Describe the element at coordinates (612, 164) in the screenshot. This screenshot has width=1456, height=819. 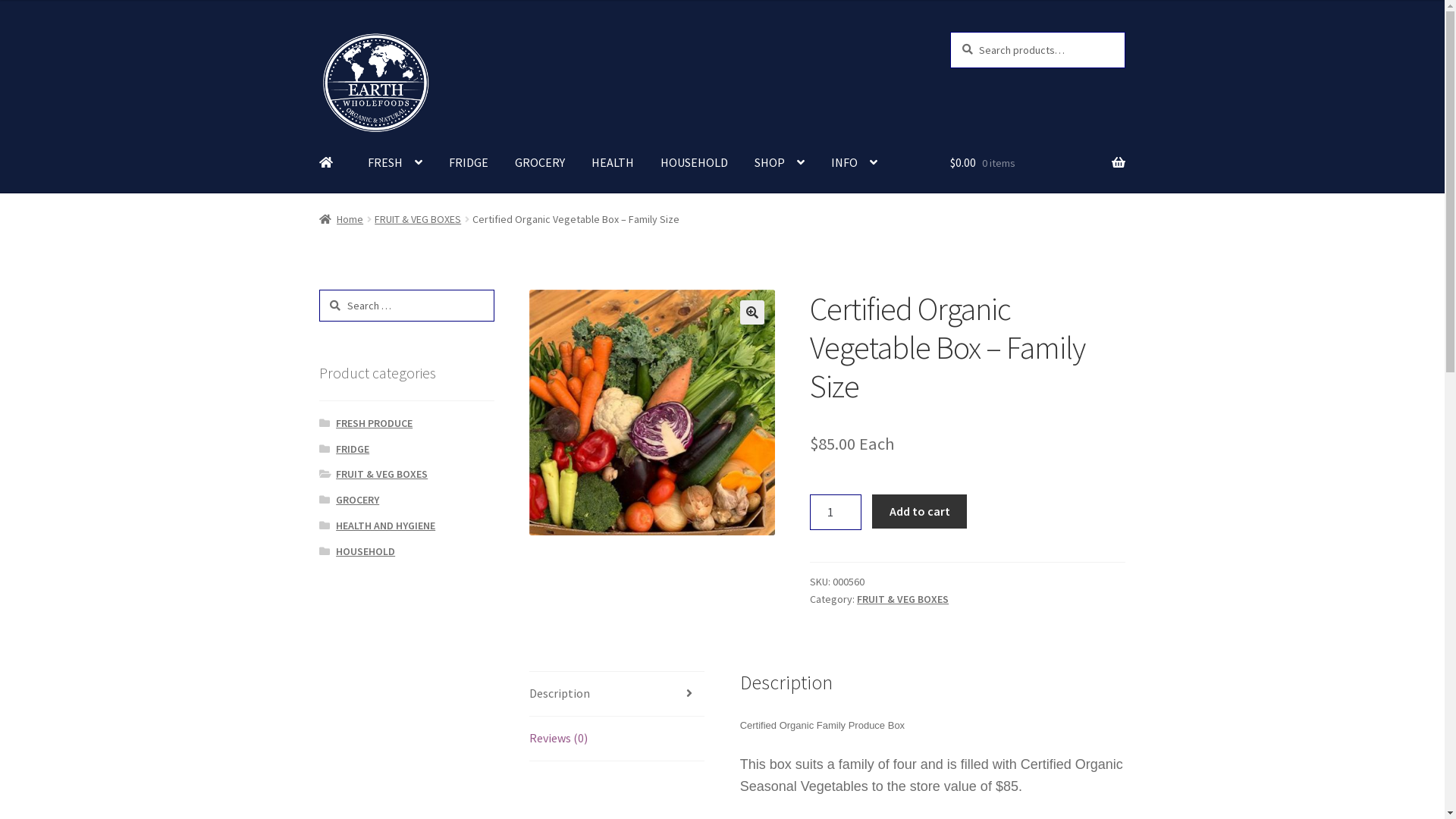
I see `'HEALTH'` at that location.